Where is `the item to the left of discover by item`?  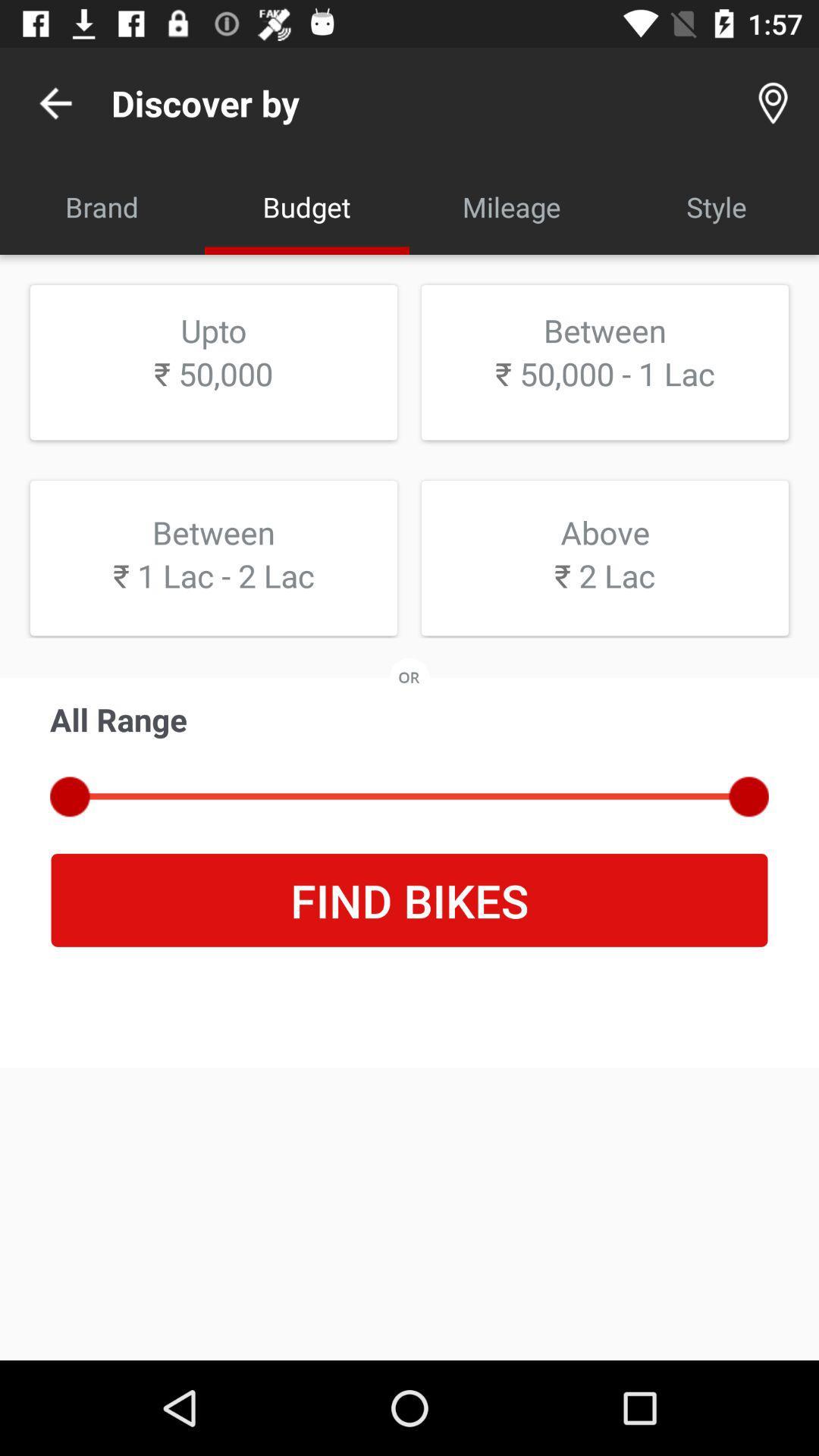 the item to the left of discover by item is located at coordinates (55, 102).